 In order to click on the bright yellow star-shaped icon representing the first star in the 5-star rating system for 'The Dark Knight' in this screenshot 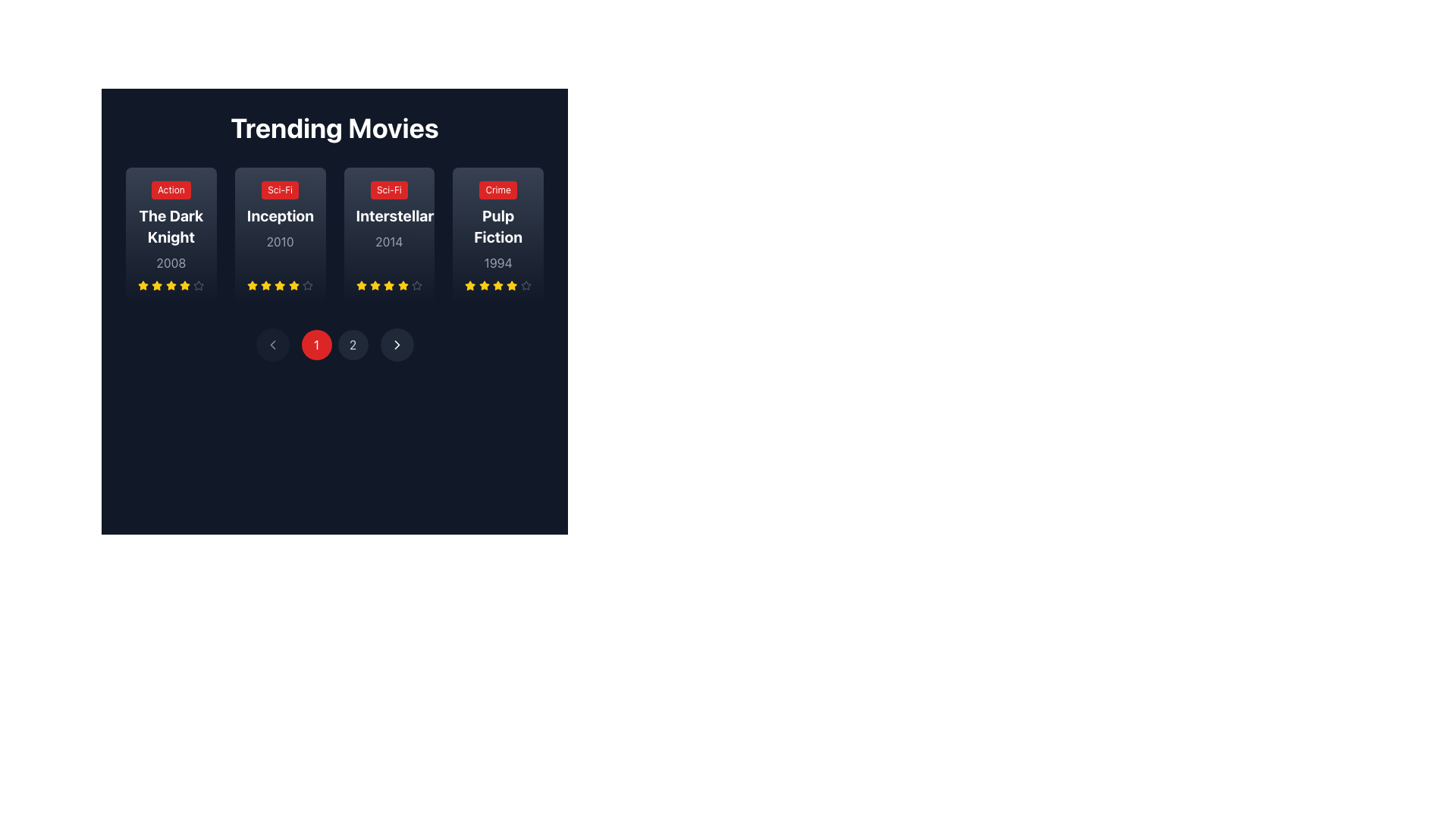, I will do `click(143, 285)`.